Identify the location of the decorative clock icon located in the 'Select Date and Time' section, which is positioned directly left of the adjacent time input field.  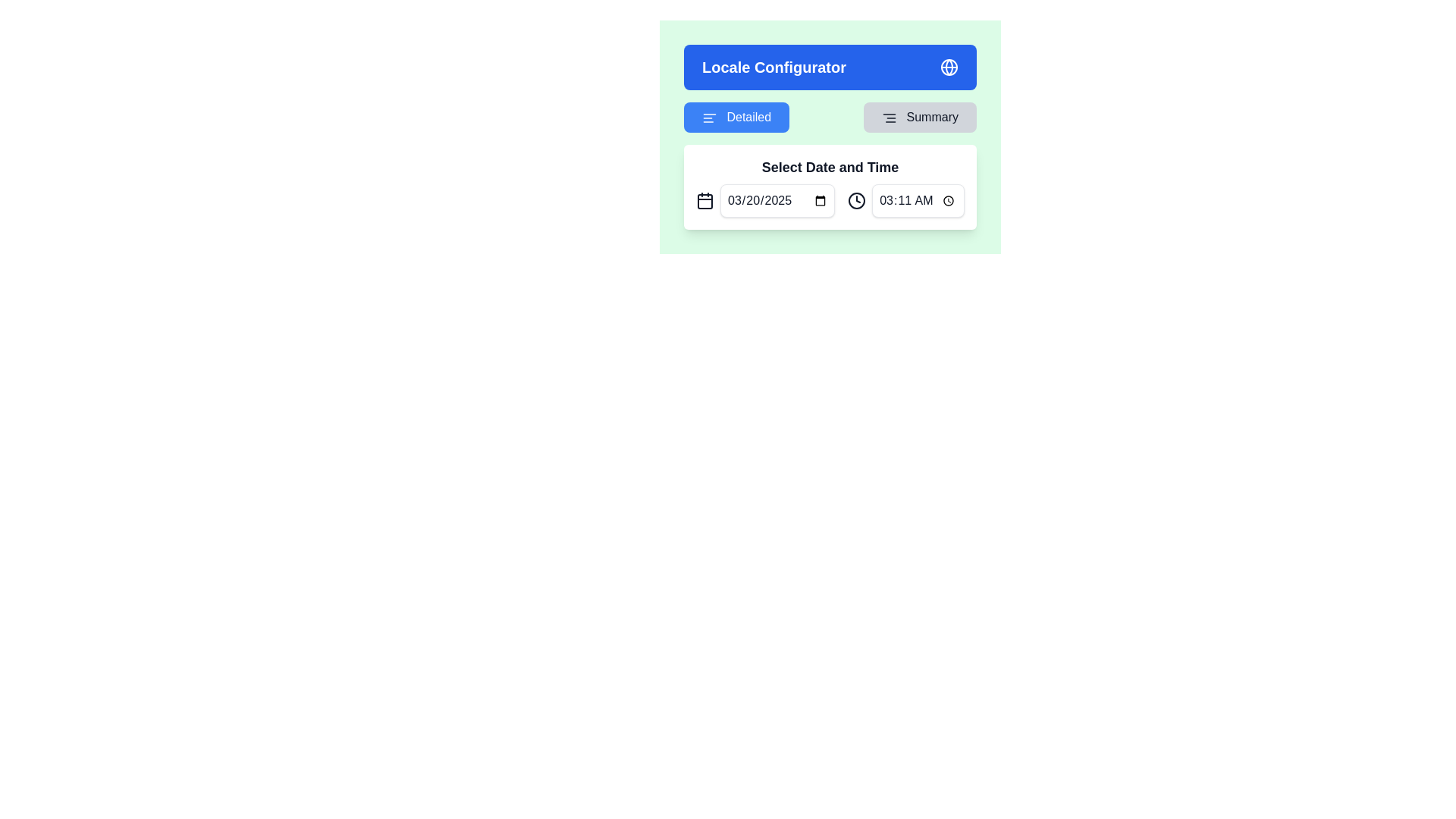
(857, 200).